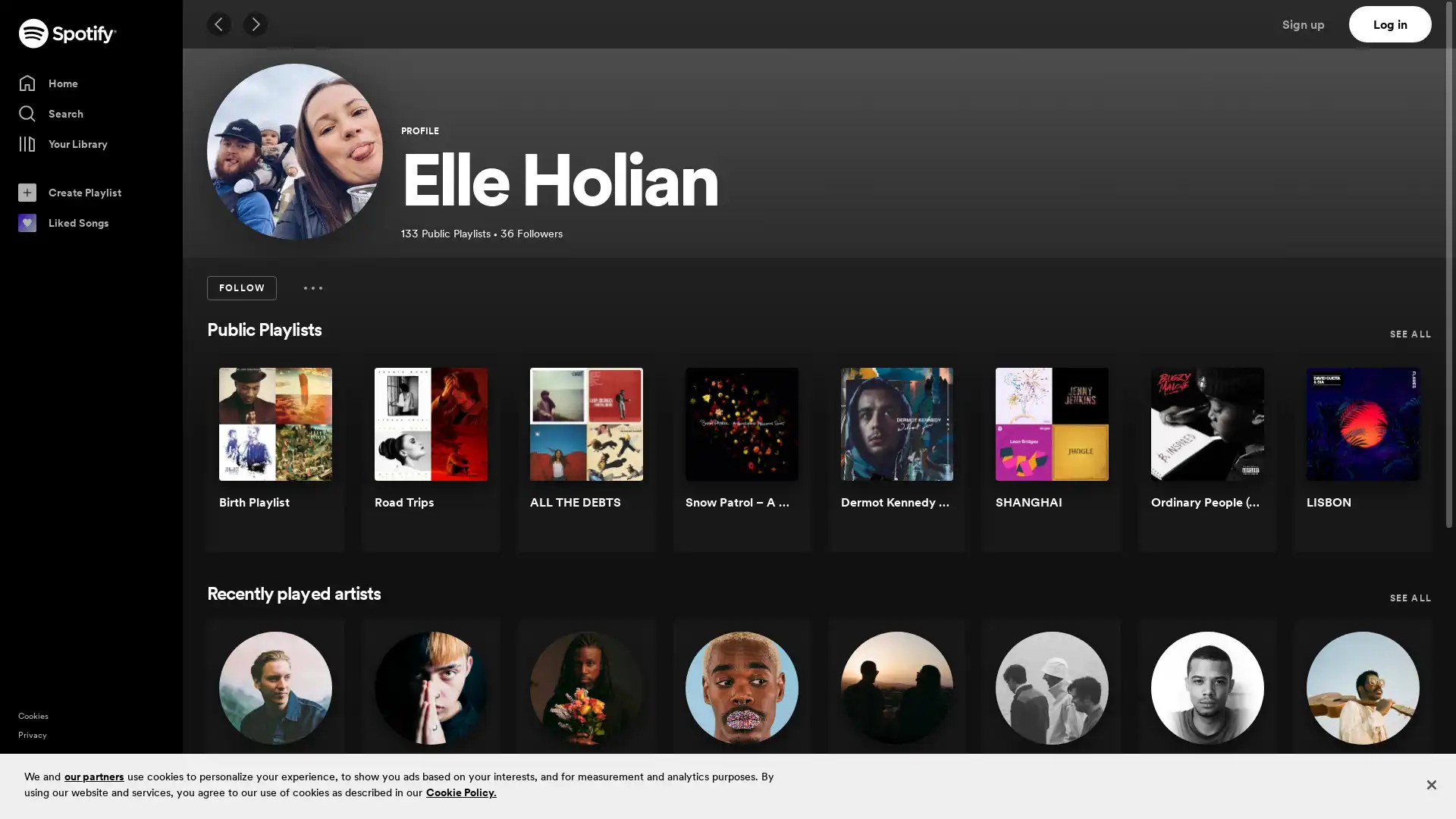 The height and width of the screenshot is (819, 1456). Describe the element at coordinates (1395, 461) in the screenshot. I see `Play LISBON` at that location.